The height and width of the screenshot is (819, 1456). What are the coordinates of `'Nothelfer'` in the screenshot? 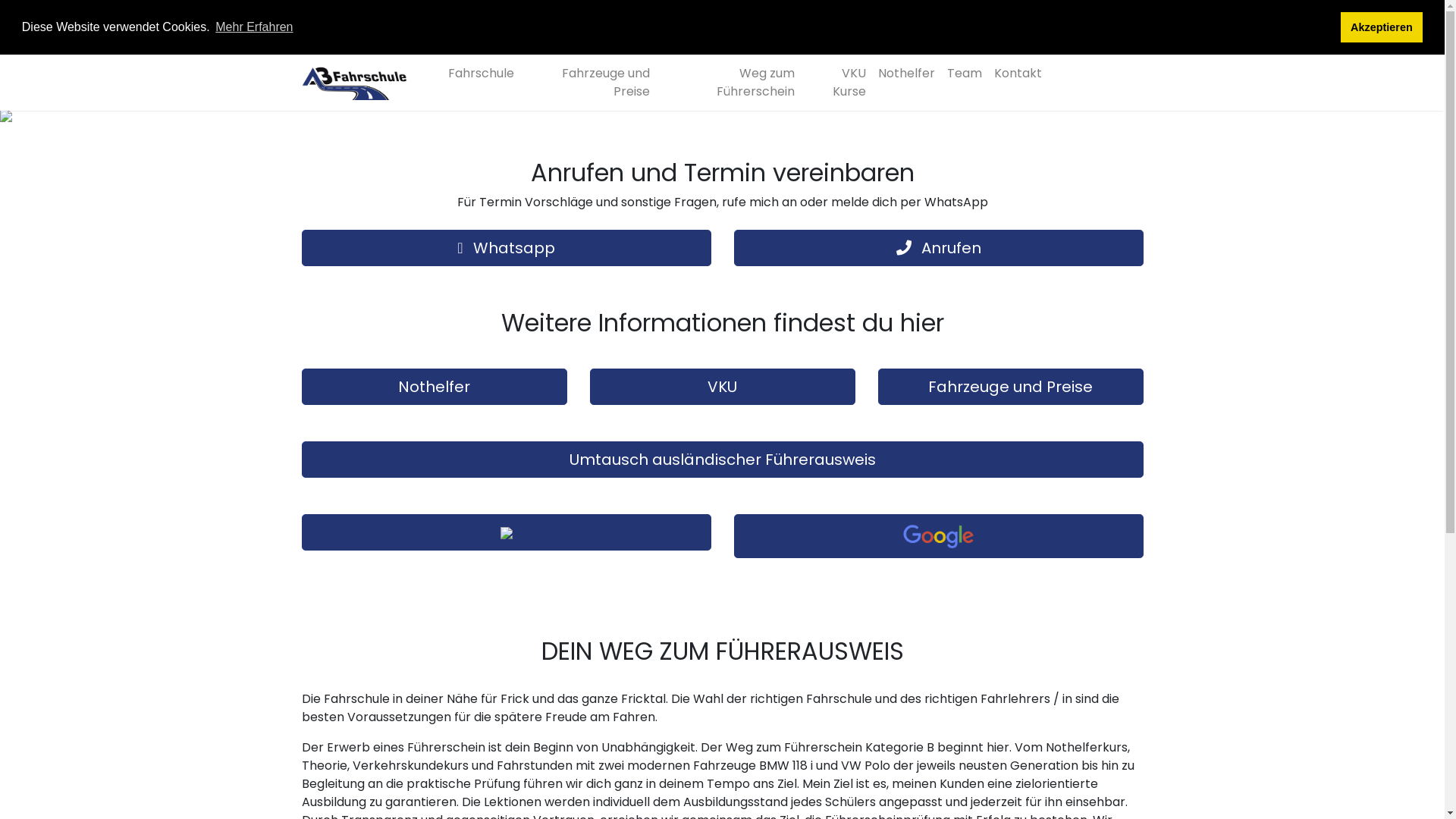 It's located at (906, 73).